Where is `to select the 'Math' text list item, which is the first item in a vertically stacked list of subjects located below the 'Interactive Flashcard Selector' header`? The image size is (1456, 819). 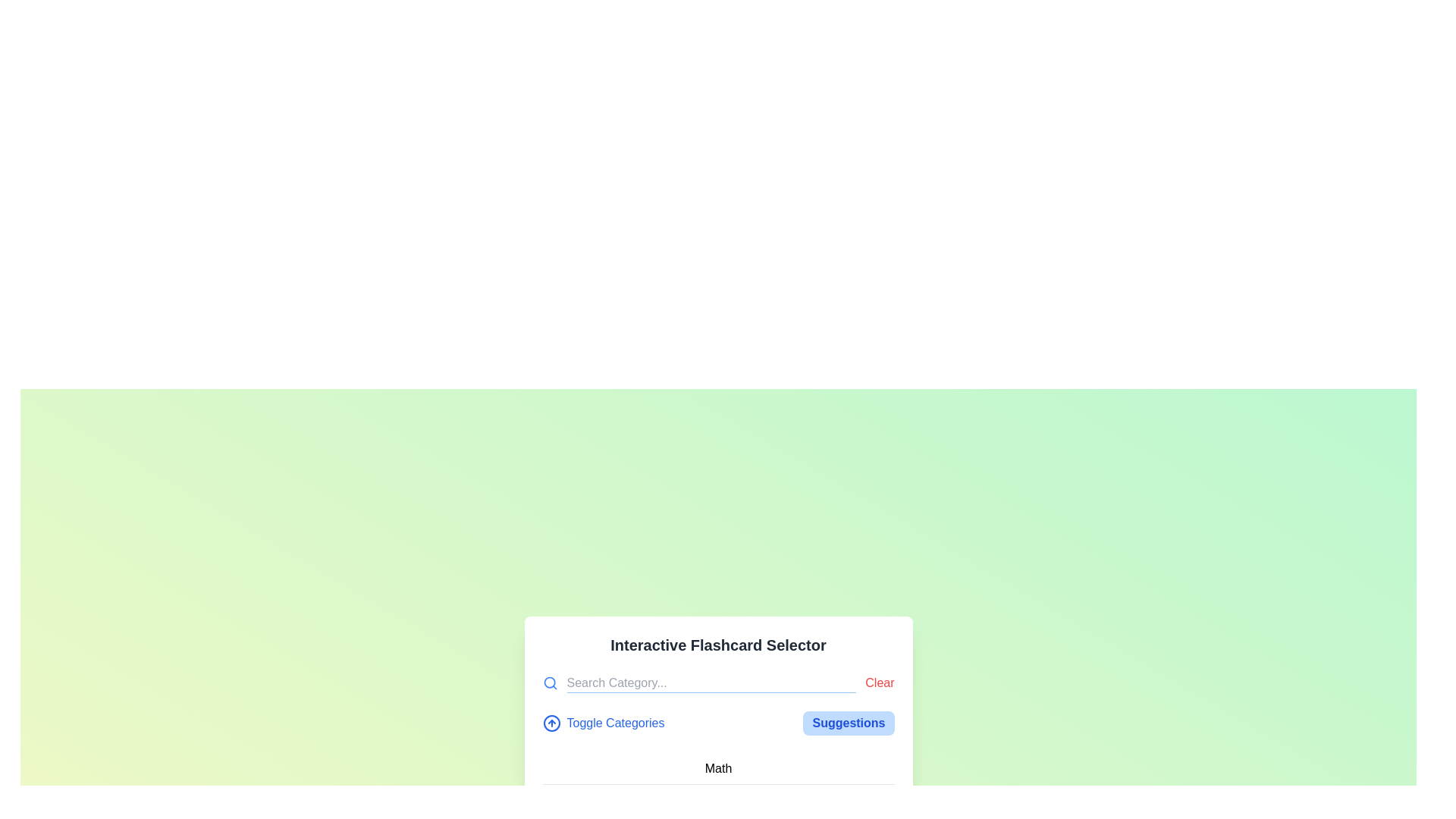
to select the 'Math' text list item, which is the first item in a vertically stacked list of subjects located below the 'Interactive Flashcard Selector' header is located at coordinates (717, 768).